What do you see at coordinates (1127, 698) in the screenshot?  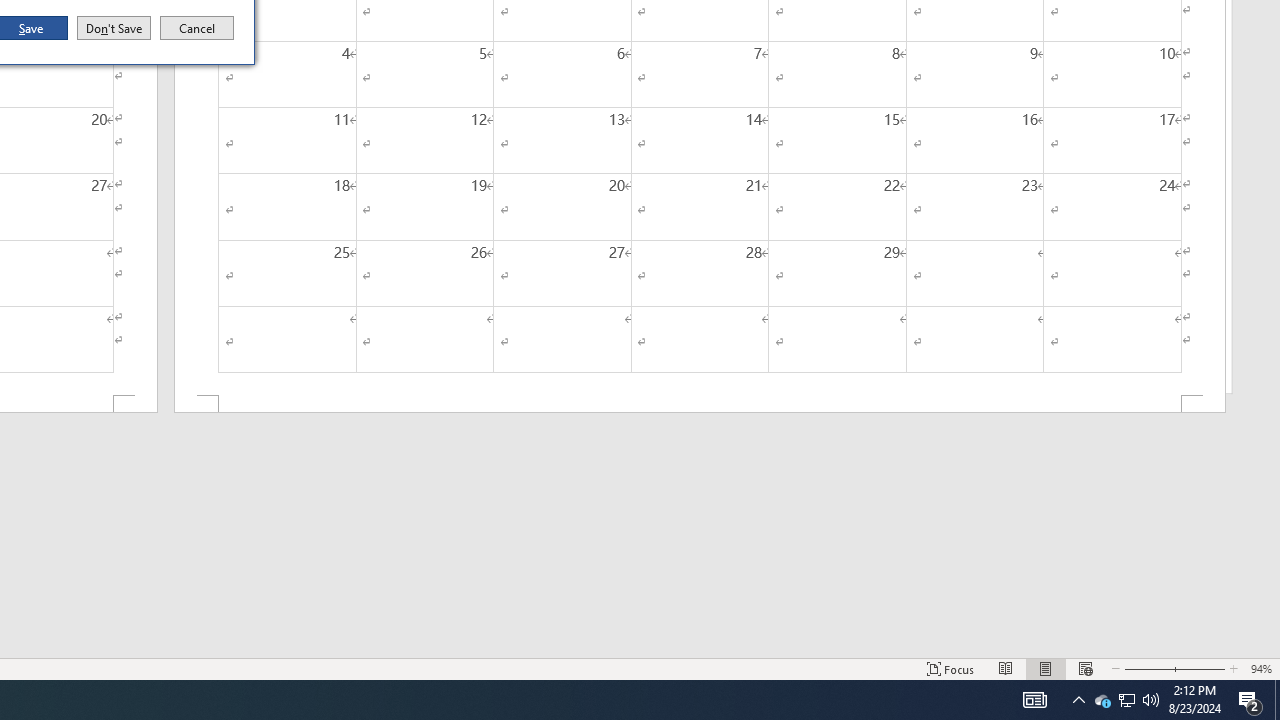 I see `'User Promoted Notification Area'` at bounding box center [1127, 698].